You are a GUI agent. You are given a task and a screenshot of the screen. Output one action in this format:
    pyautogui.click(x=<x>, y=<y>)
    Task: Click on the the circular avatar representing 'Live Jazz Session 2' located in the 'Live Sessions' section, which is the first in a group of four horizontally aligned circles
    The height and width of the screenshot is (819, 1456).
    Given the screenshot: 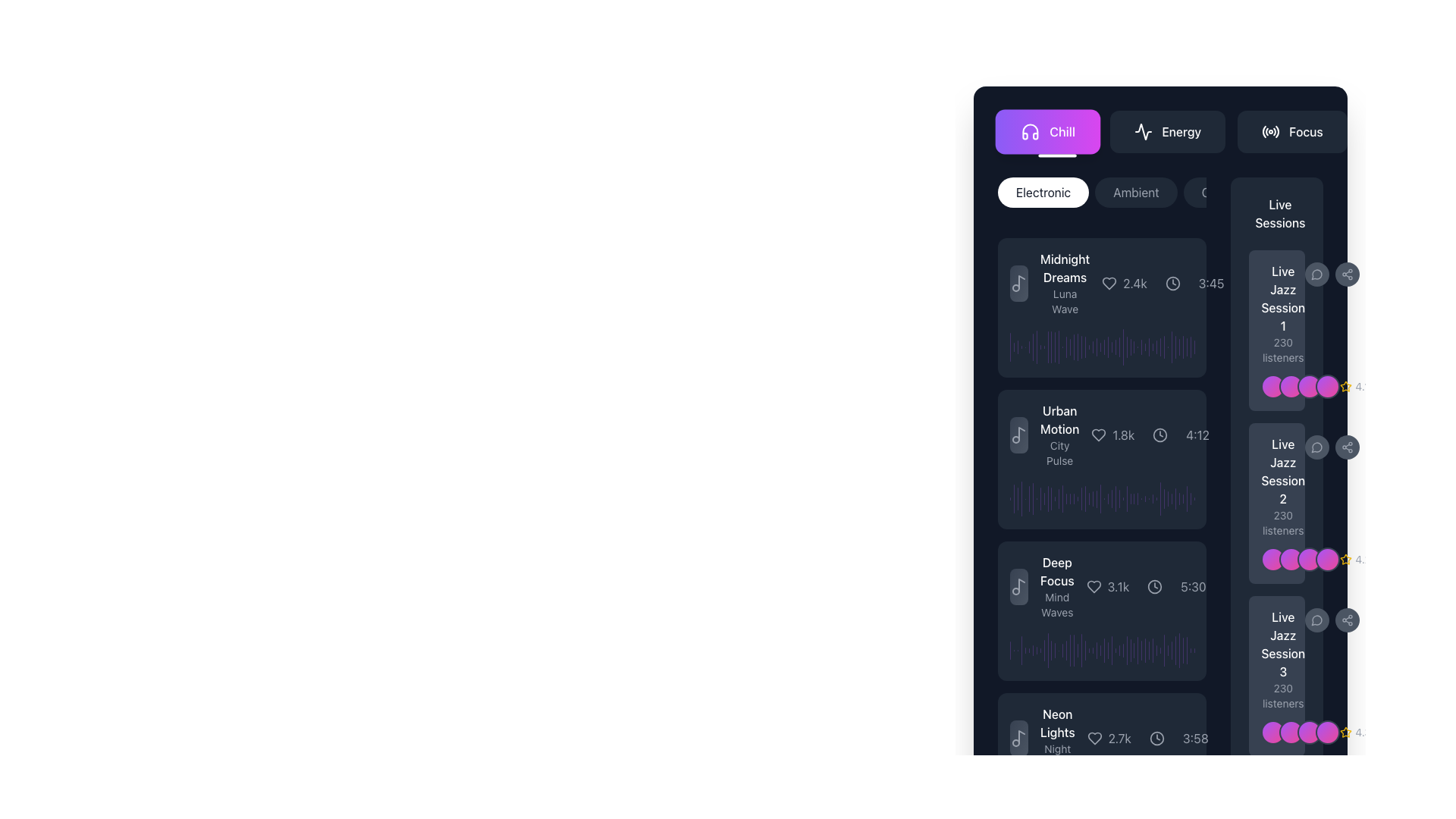 What is the action you would take?
    pyautogui.click(x=1273, y=559)
    